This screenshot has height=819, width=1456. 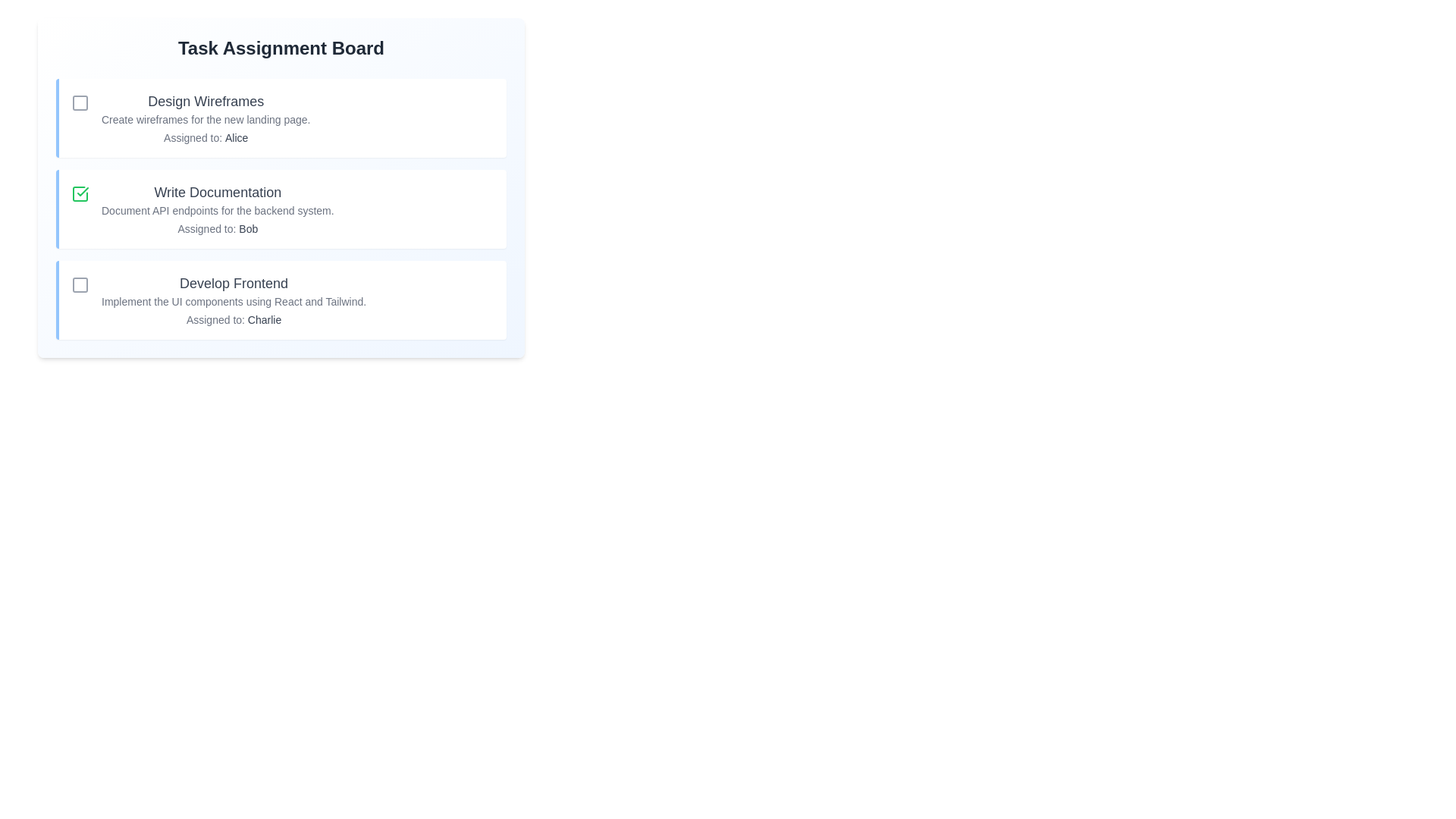 What do you see at coordinates (205, 119) in the screenshot?
I see `the static text that reads 'Create wireframes for the new landing page', which is located below the title 'Design Wireframes' and above 'Assigned to: Alice' in the task assignment board` at bounding box center [205, 119].